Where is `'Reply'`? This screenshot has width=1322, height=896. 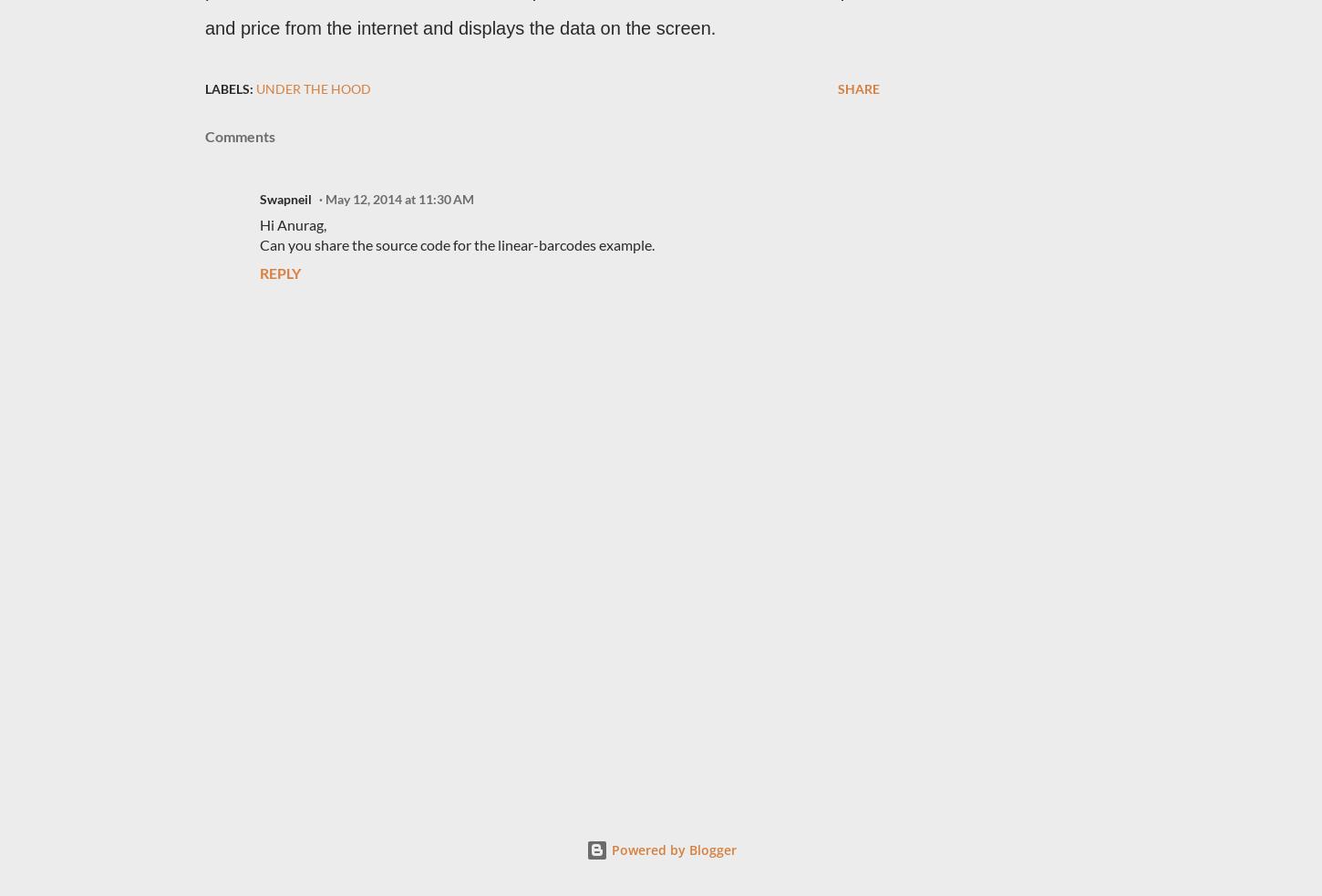
'Reply' is located at coordinates (280, 273).